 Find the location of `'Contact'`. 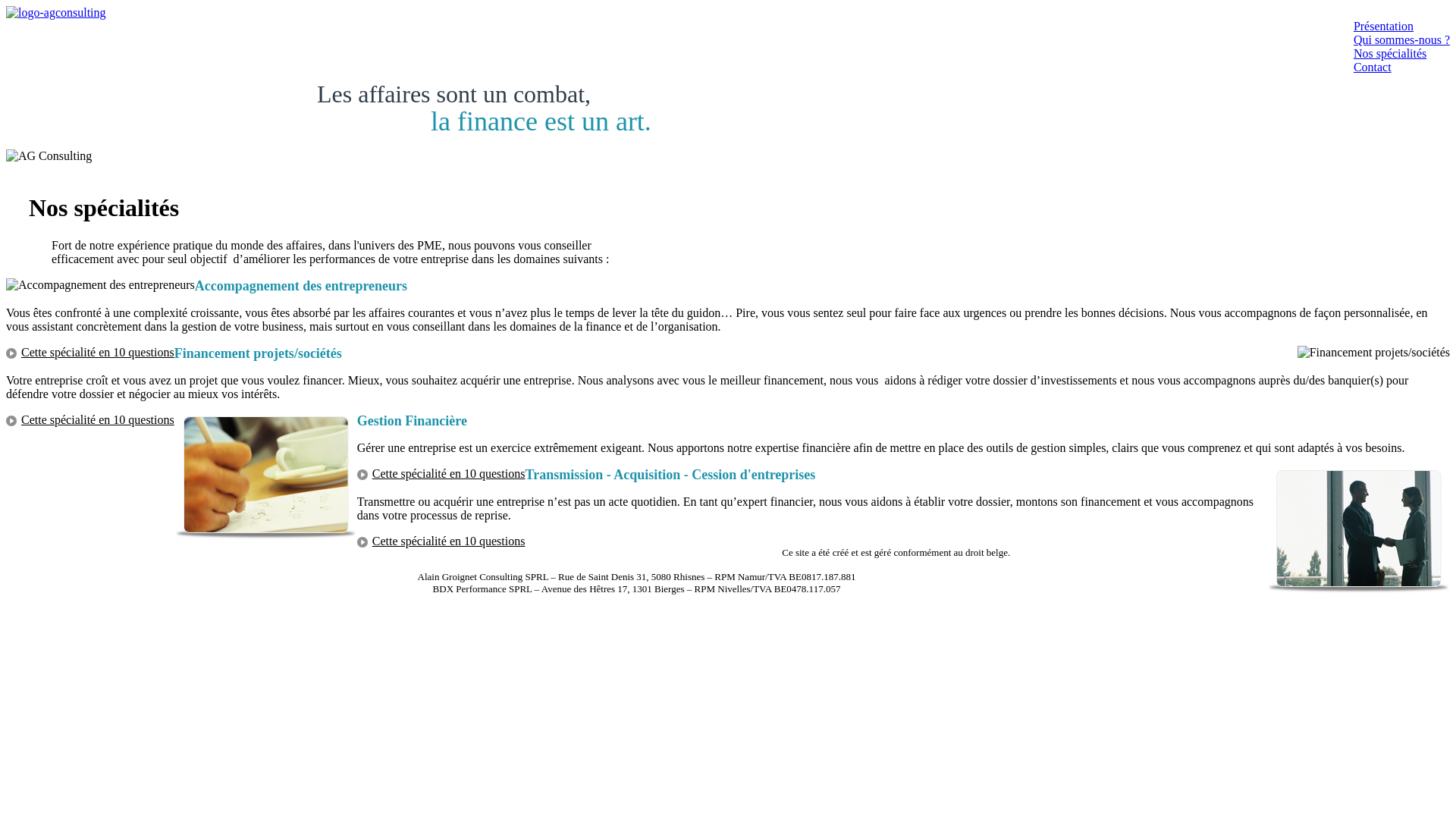

'Contact' is located at coordinates (1372, 66).